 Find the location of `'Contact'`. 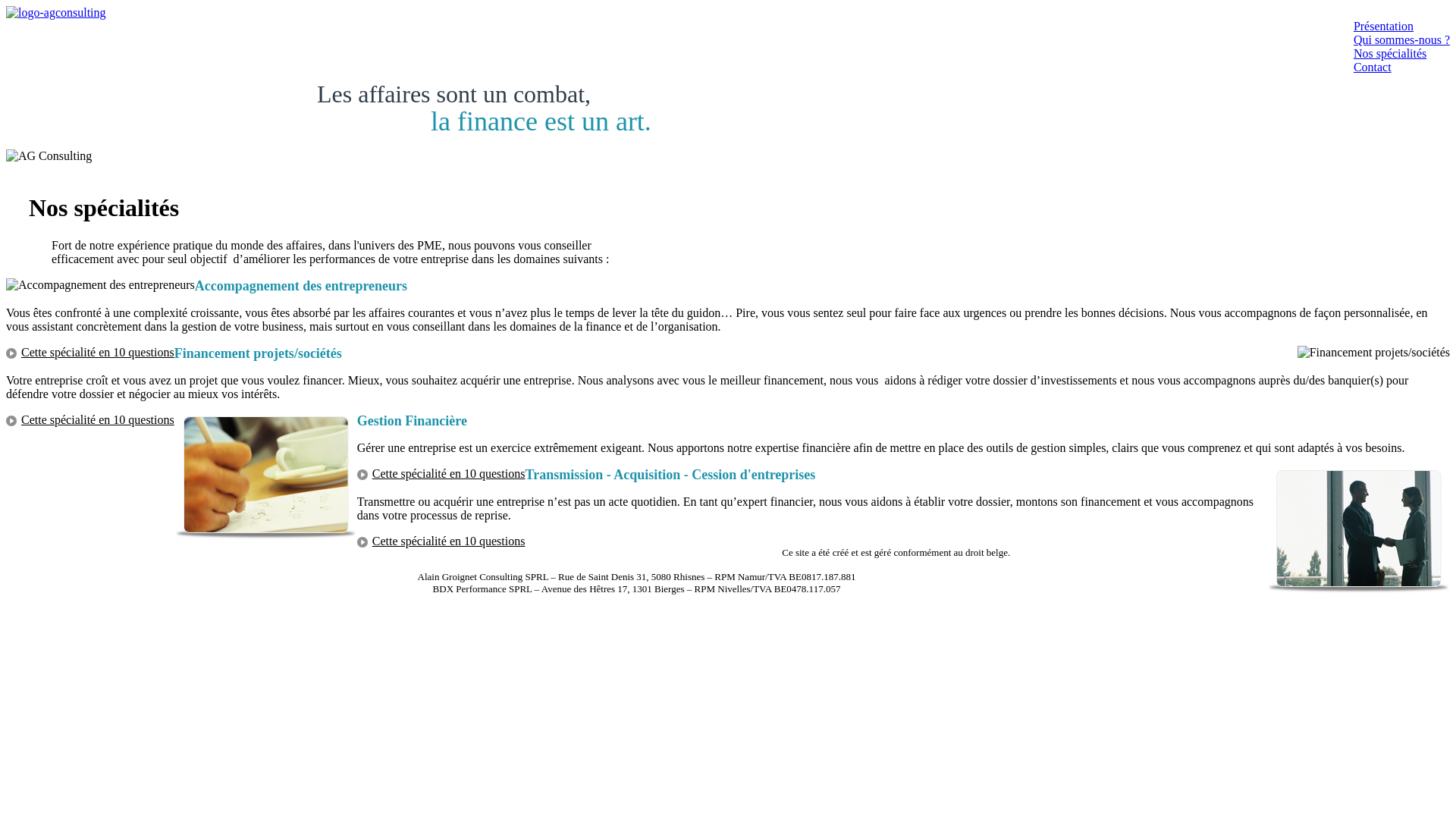

'Contact' is located at coordinates (1372, 66).